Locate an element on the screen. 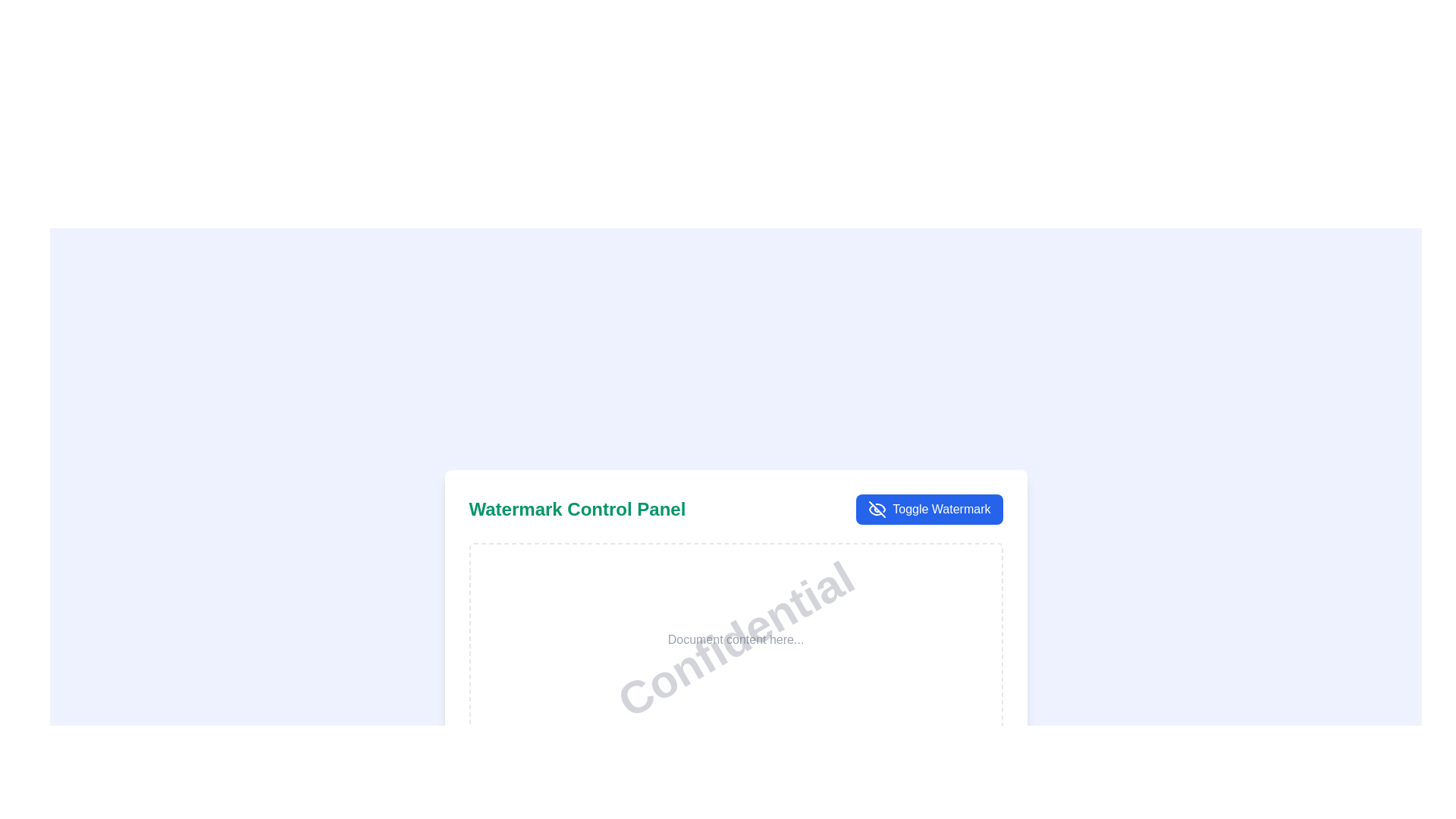 The image size is (1456, 819). the toggle button for enabling or disabling the watermark feature located at the far-right end of the 'Watermark Control Panel' to observe a change in background color is located at coordinates (928, 509).